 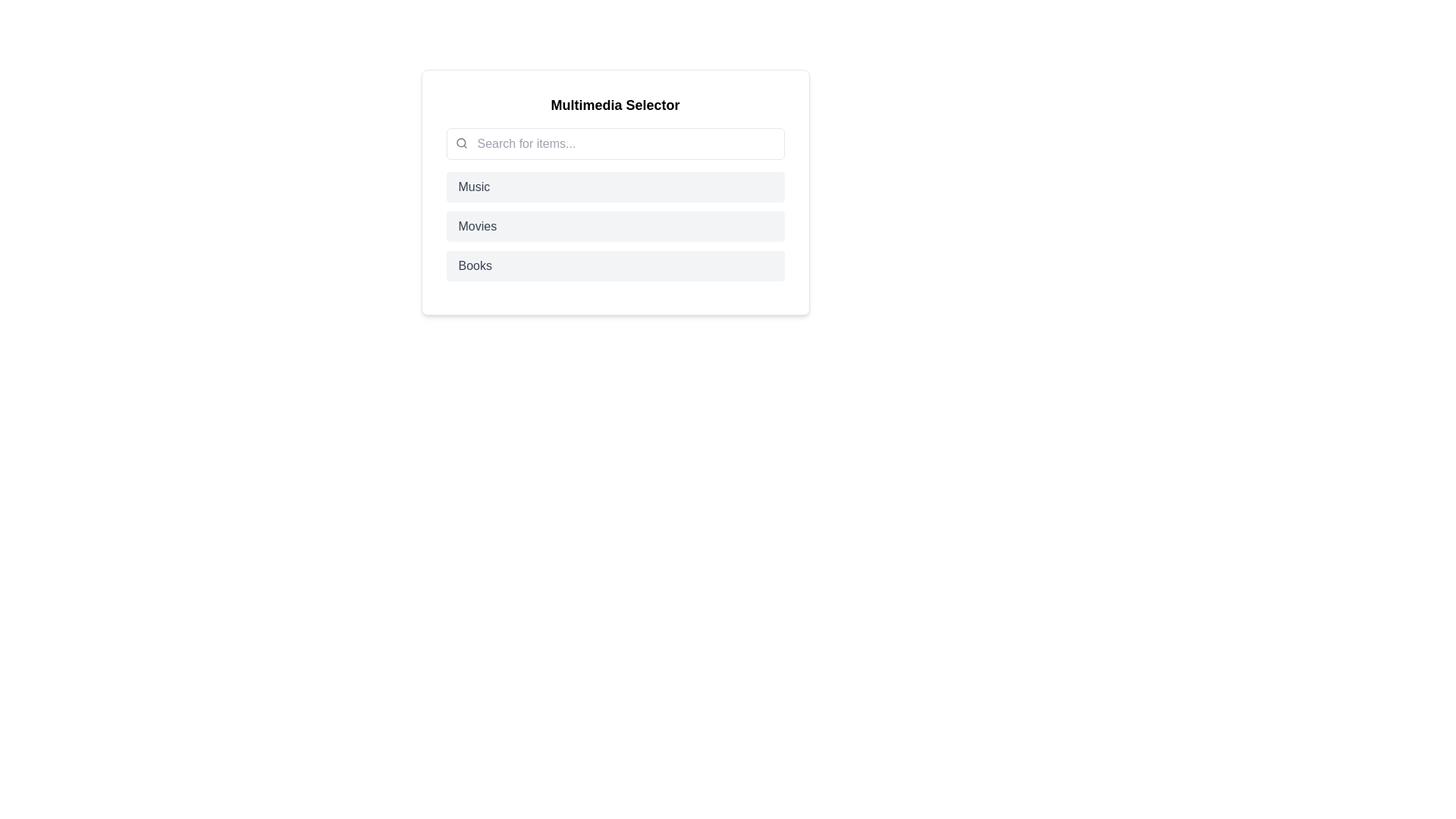 What do you see at coordinates (460, 143) in the screenshot?
I see `the central part of the magnifying glass icon represented by a circle inside an SVG, which is located near the top-left corner of the input field for search queries` at bounding box center [460, 143].